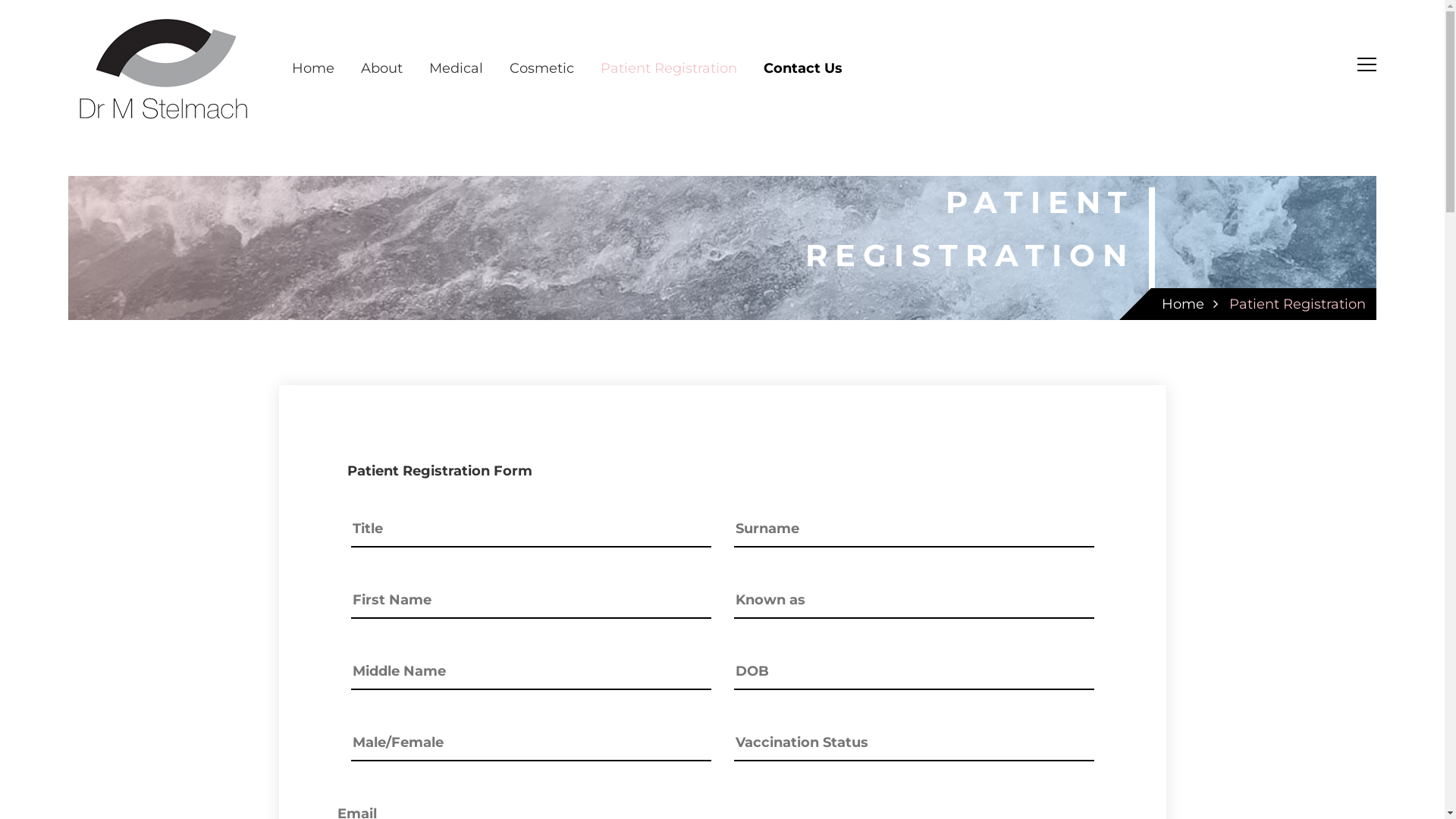 Image resolution: width=1456 pixels, height=819 pixels. I want to click on 'Home', so click(1182, 304).